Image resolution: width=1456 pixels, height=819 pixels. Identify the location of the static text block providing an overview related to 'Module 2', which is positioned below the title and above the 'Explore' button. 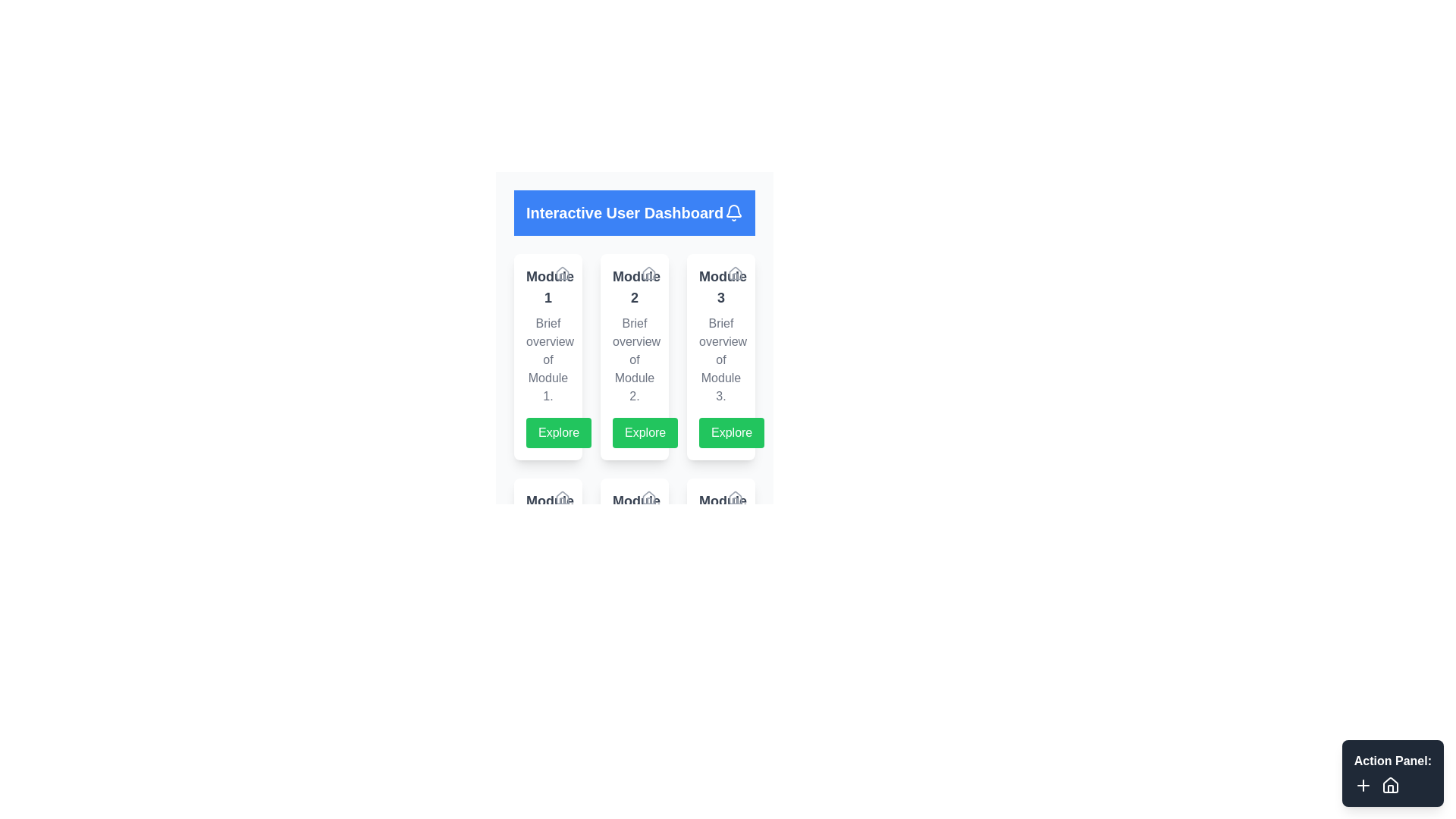
(634, 359).